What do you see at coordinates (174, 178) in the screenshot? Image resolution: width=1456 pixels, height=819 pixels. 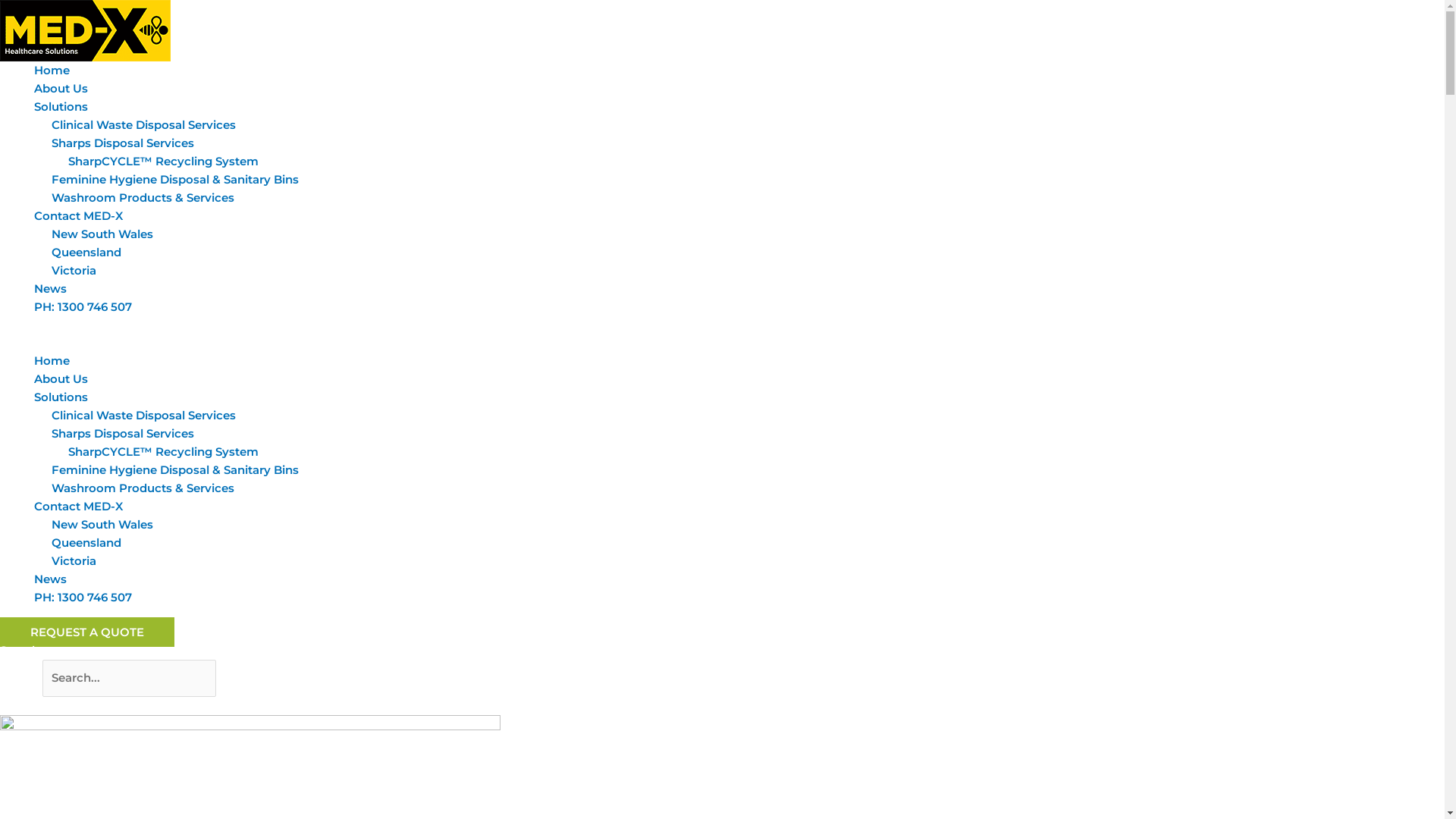 I see `'Feminine Hygiene Disposal & Sanitary Bins'` at bounding box center [174, 178].